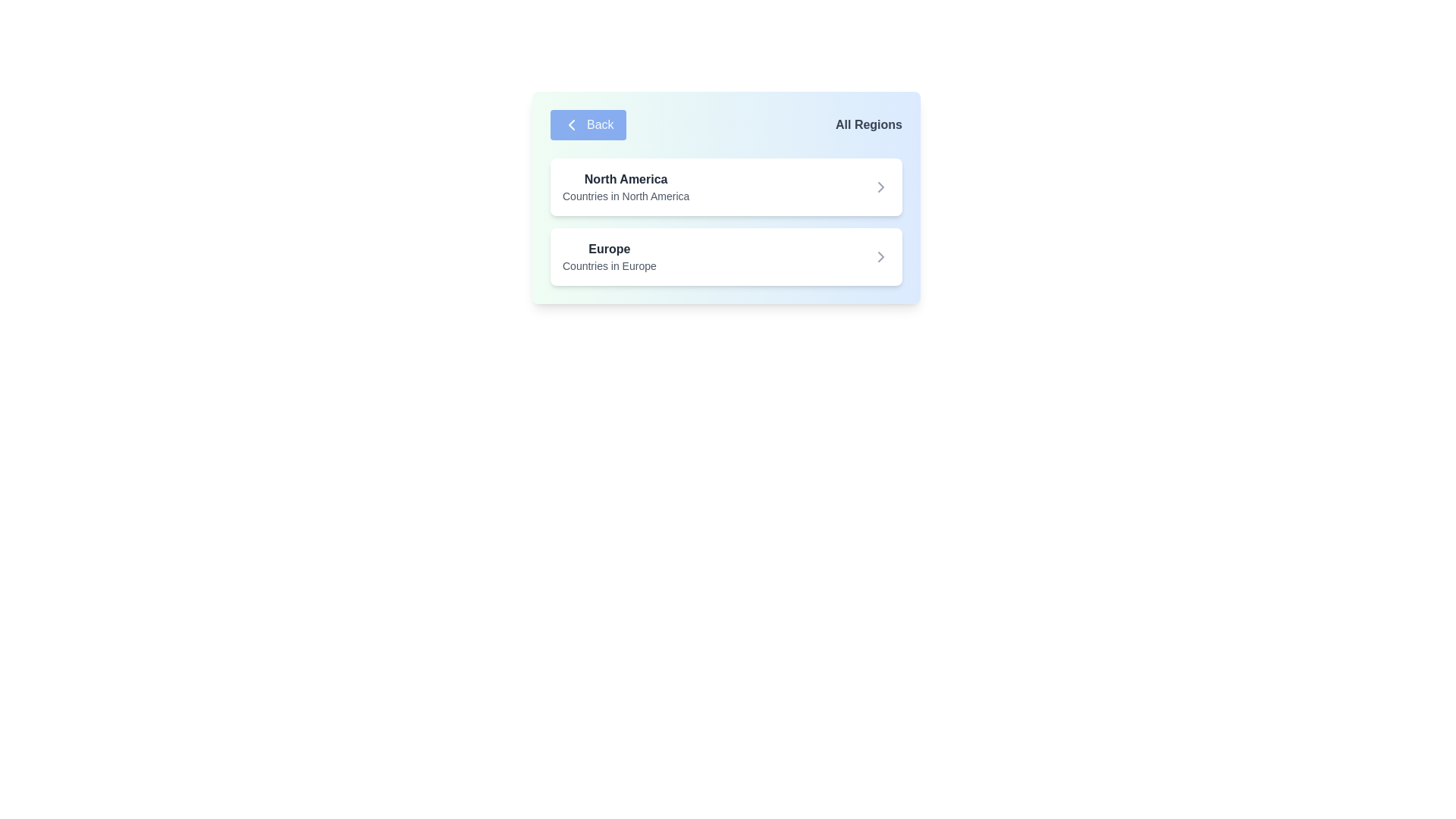 The image size is (1456, 819). What do you see at coordinates (880, 256) in the screenshot?
I see `the navigation icon button located to the far right of the 'Europe' section` at bounding box center [880, 256].